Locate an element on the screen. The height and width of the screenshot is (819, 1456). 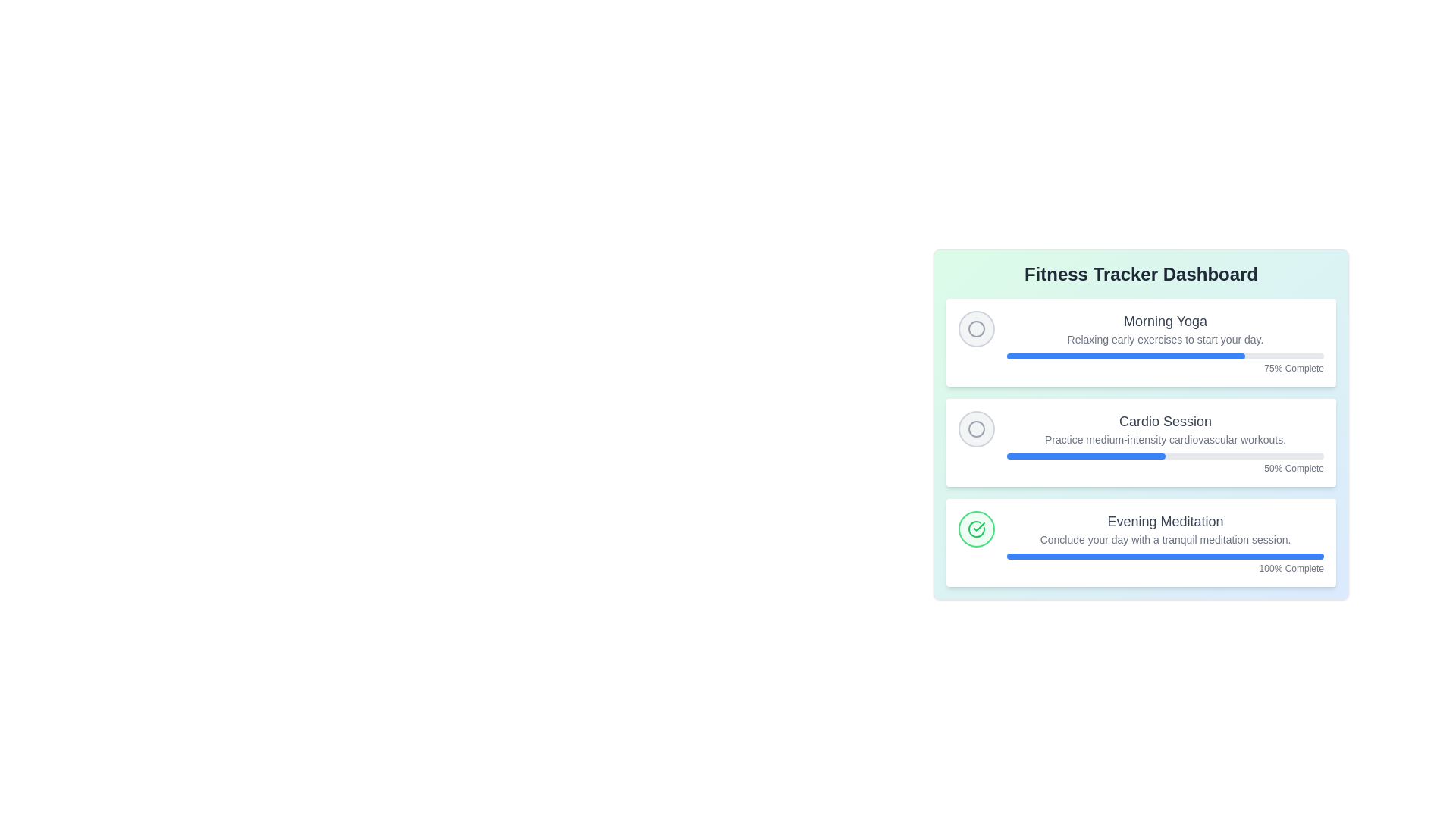
the green checkmark icon located in the lower-right section of the 'Evening Meditation' progress card on the dashboard is located at coordinates (979, 526).